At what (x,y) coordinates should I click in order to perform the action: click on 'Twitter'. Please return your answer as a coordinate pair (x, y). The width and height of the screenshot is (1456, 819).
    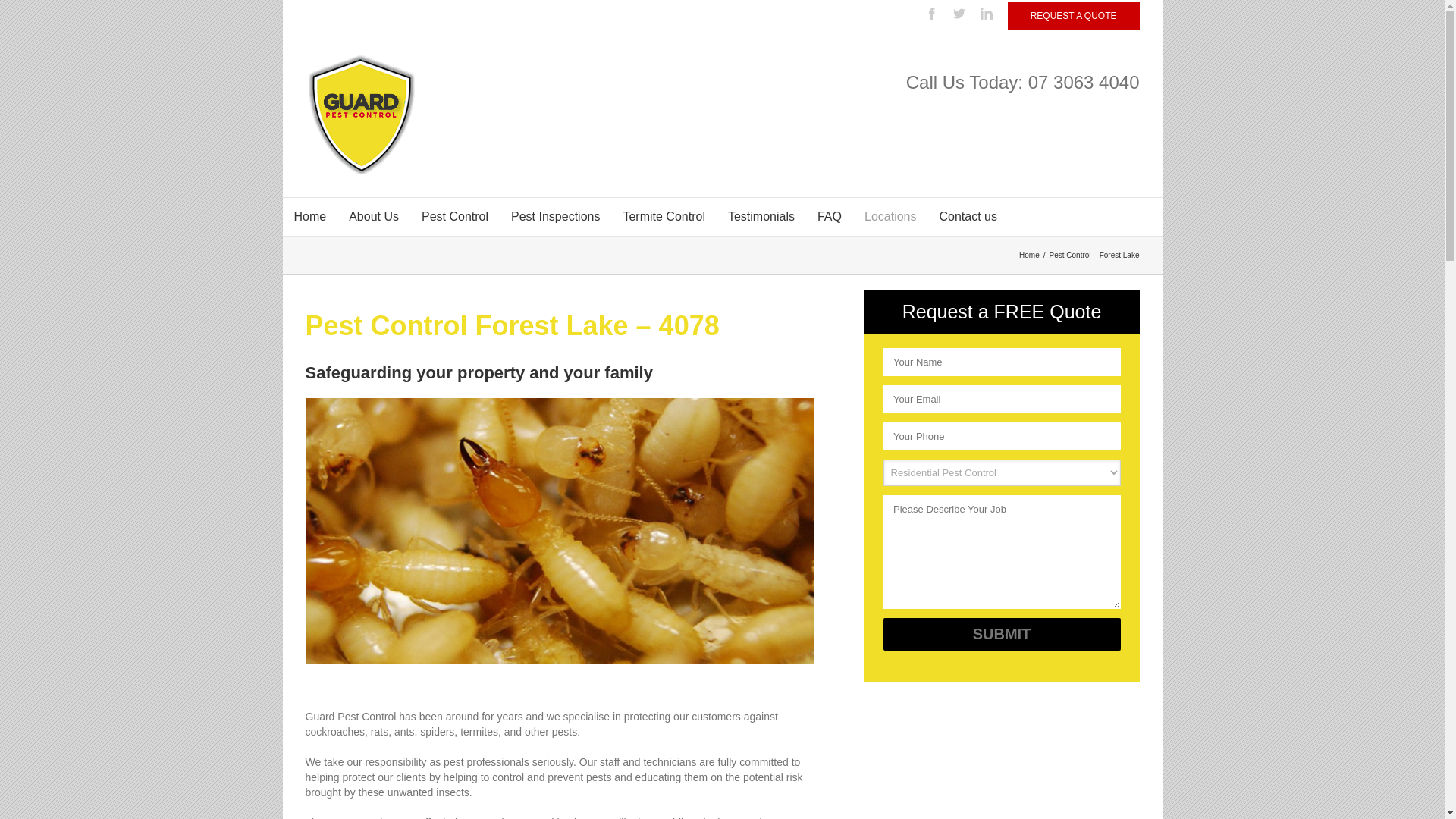
    Looking at the image, I should click on (959, 14).